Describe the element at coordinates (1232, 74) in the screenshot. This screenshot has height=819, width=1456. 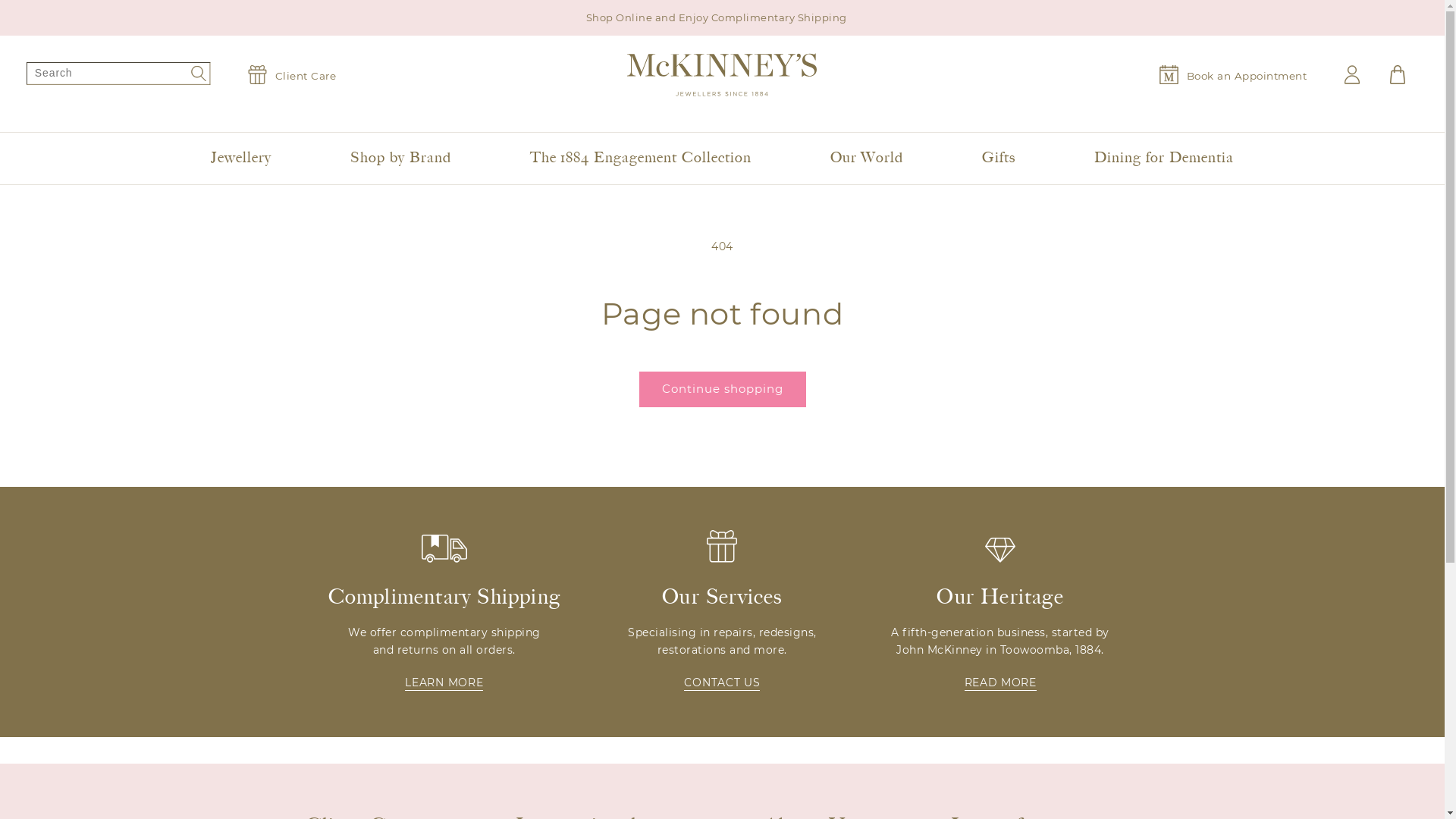
I see `'Book an Appointment'` at that location.